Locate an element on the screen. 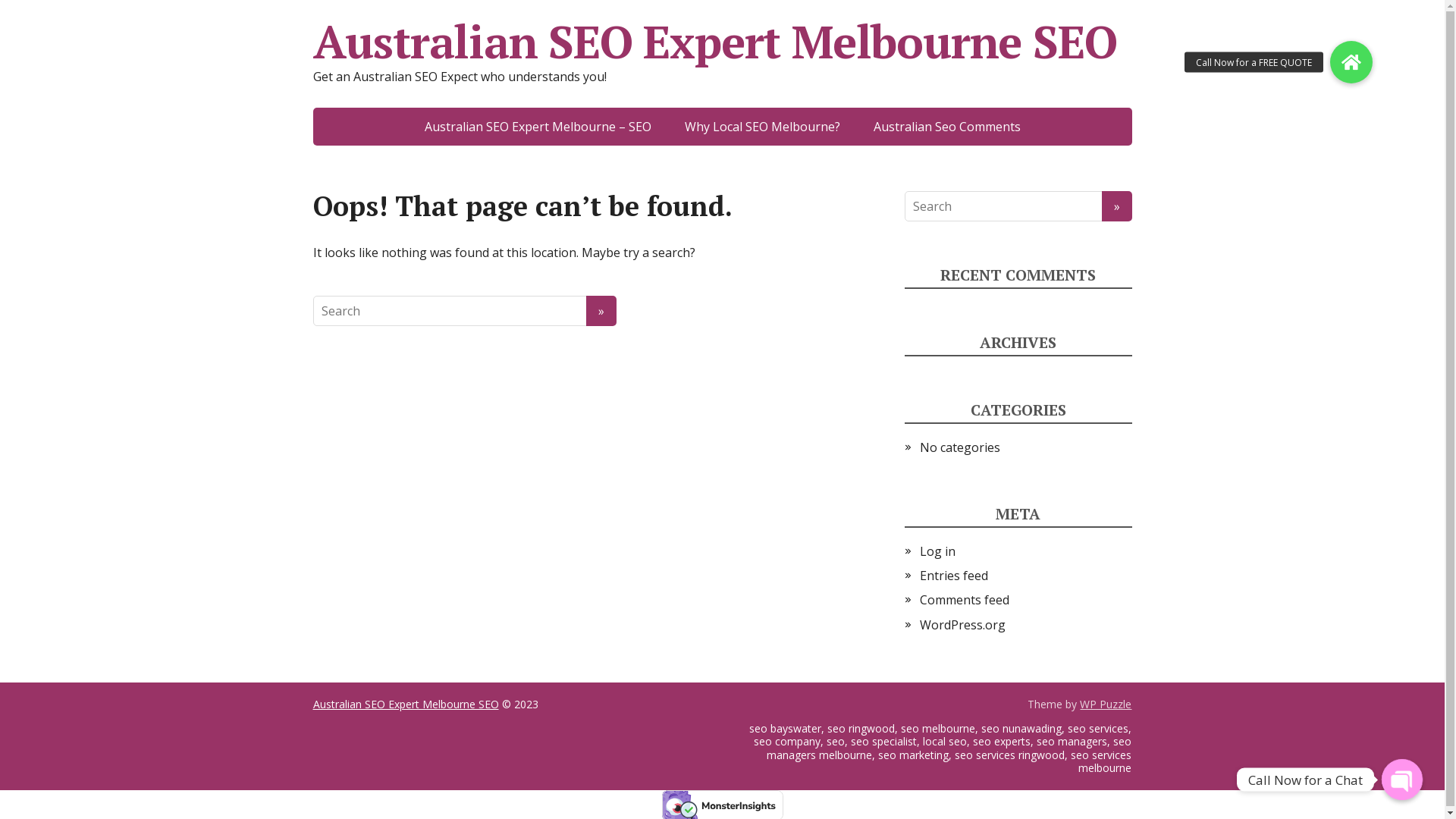  'WordPress.org' is located at coordinates (961, 625).